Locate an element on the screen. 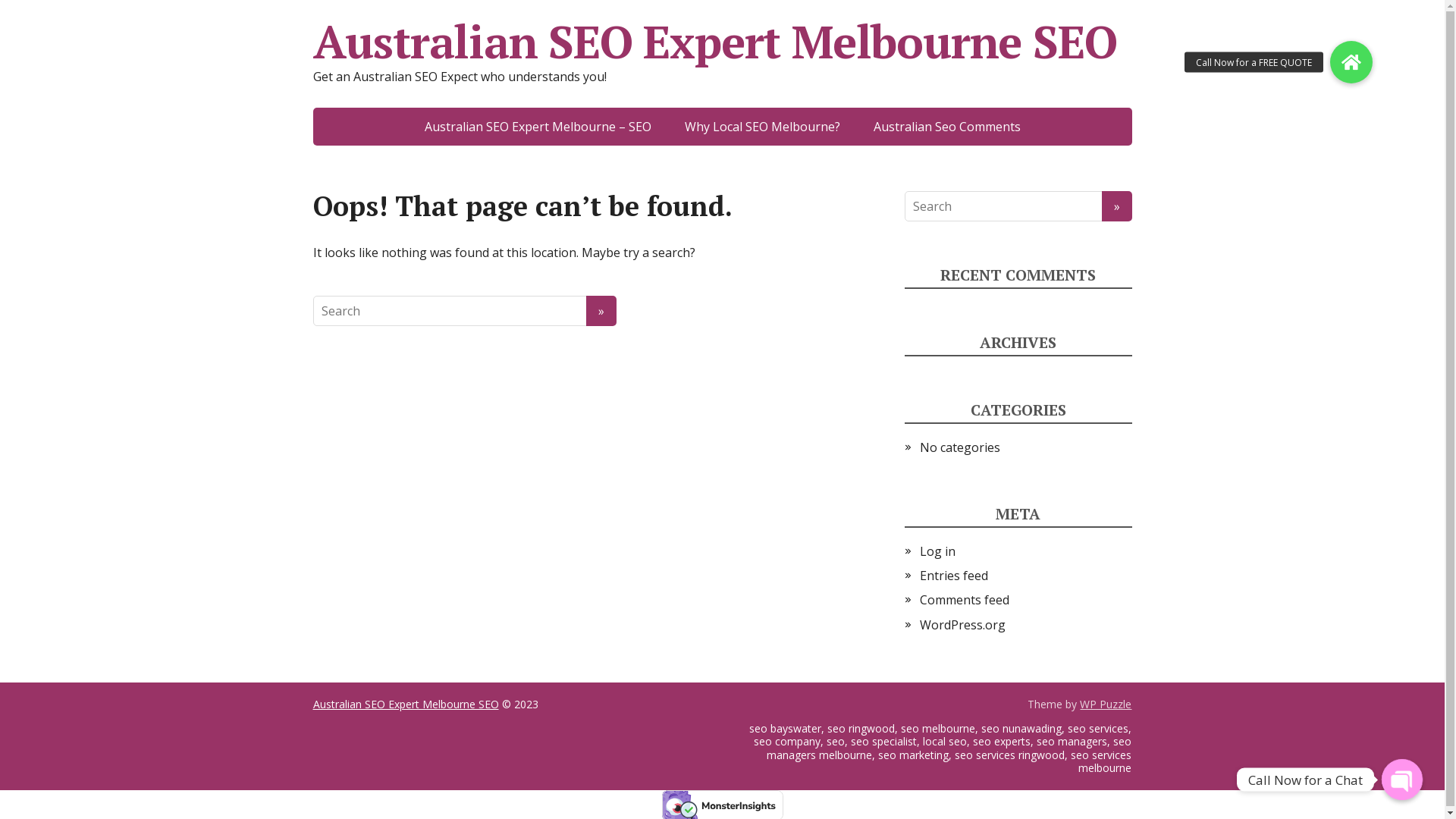  'WordPress.org' is located at coordinates (961, 625).